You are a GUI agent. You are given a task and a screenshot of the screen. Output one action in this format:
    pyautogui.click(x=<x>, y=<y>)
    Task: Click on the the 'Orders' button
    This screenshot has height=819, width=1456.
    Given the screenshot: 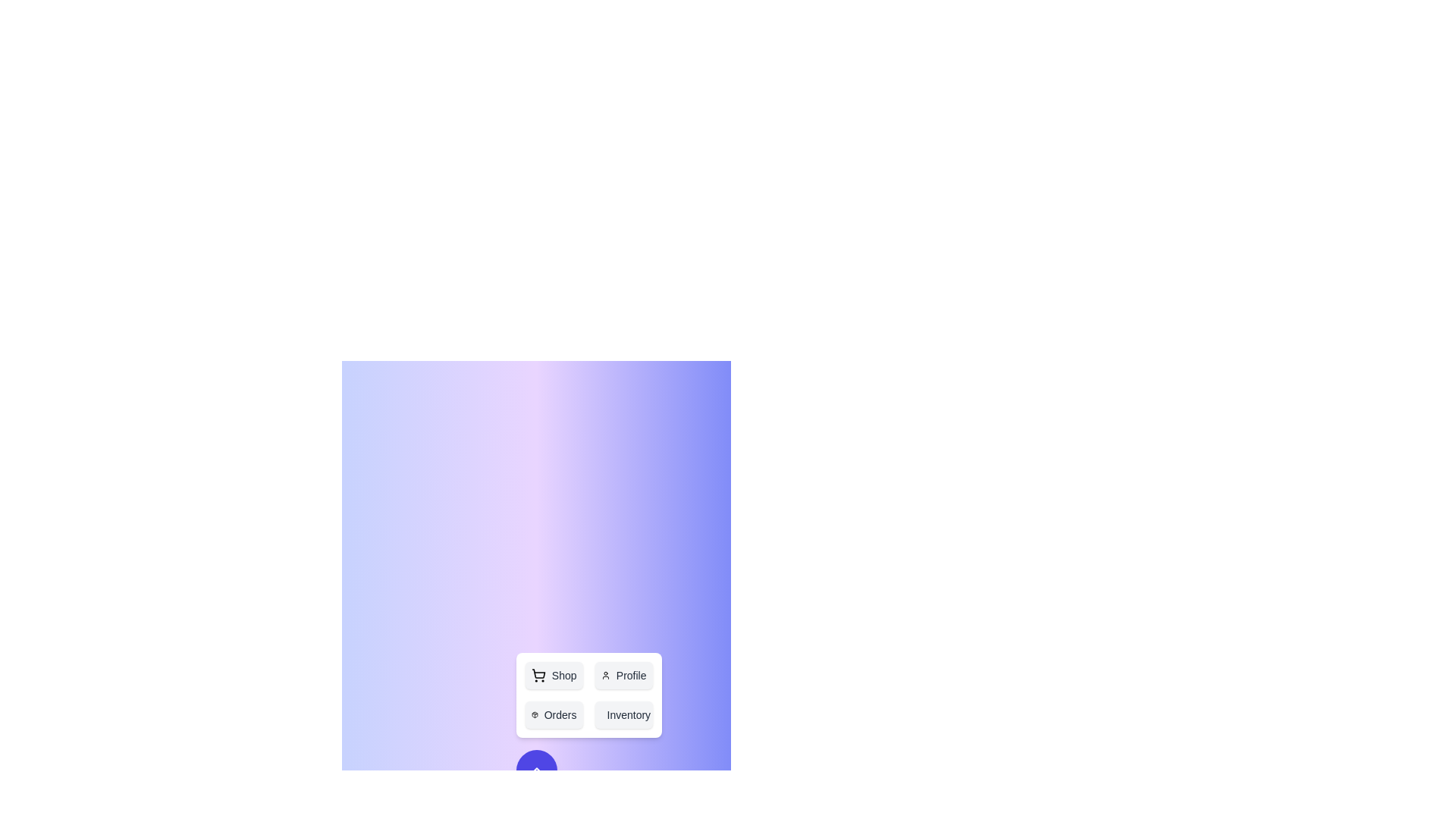 What is the action you would take?
    pyautogui.click(x=553, y=714)
    